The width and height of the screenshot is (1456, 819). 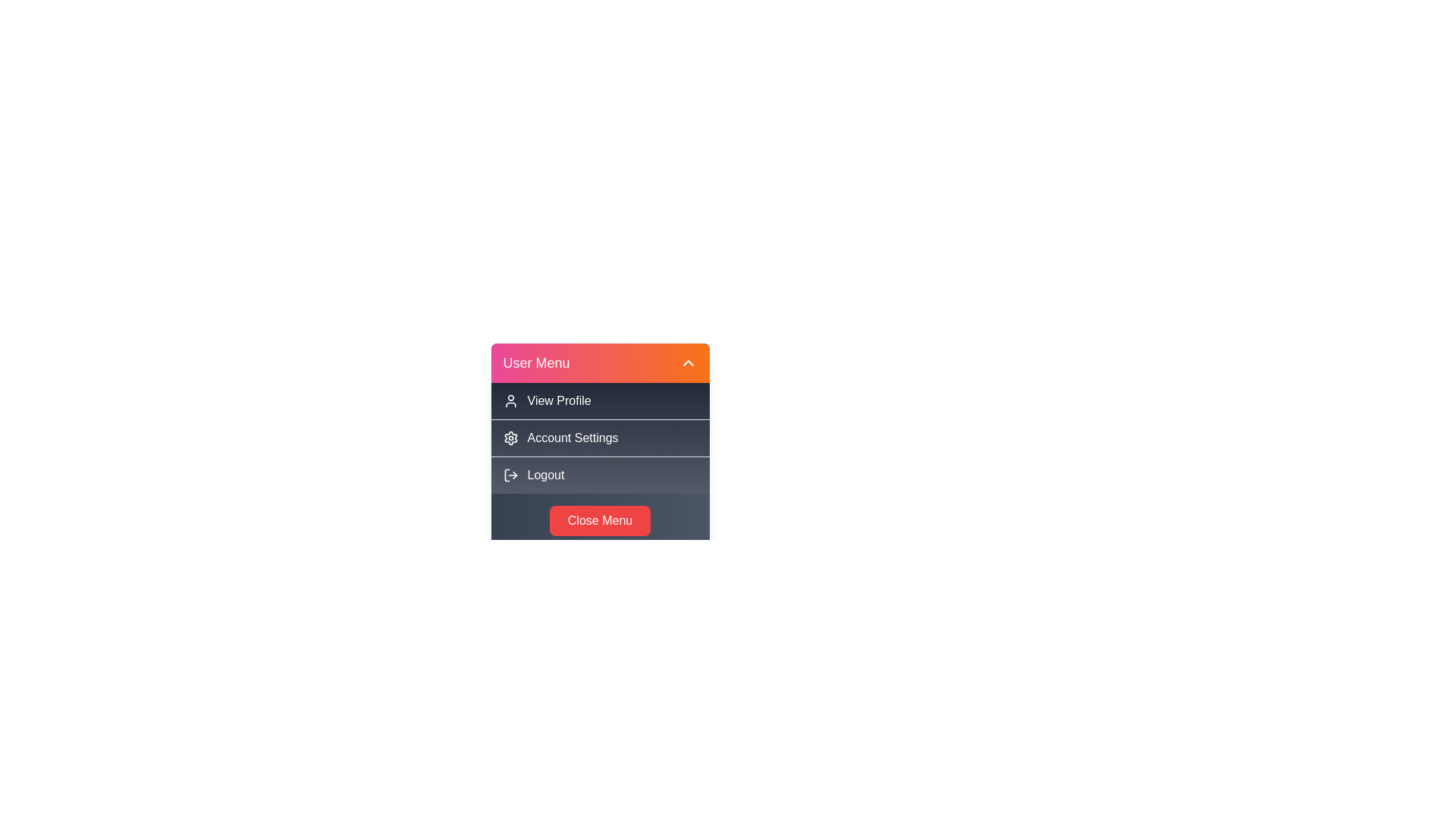 I want to click on the 'View Profile' option in the menu, so click(x=599, y=400).